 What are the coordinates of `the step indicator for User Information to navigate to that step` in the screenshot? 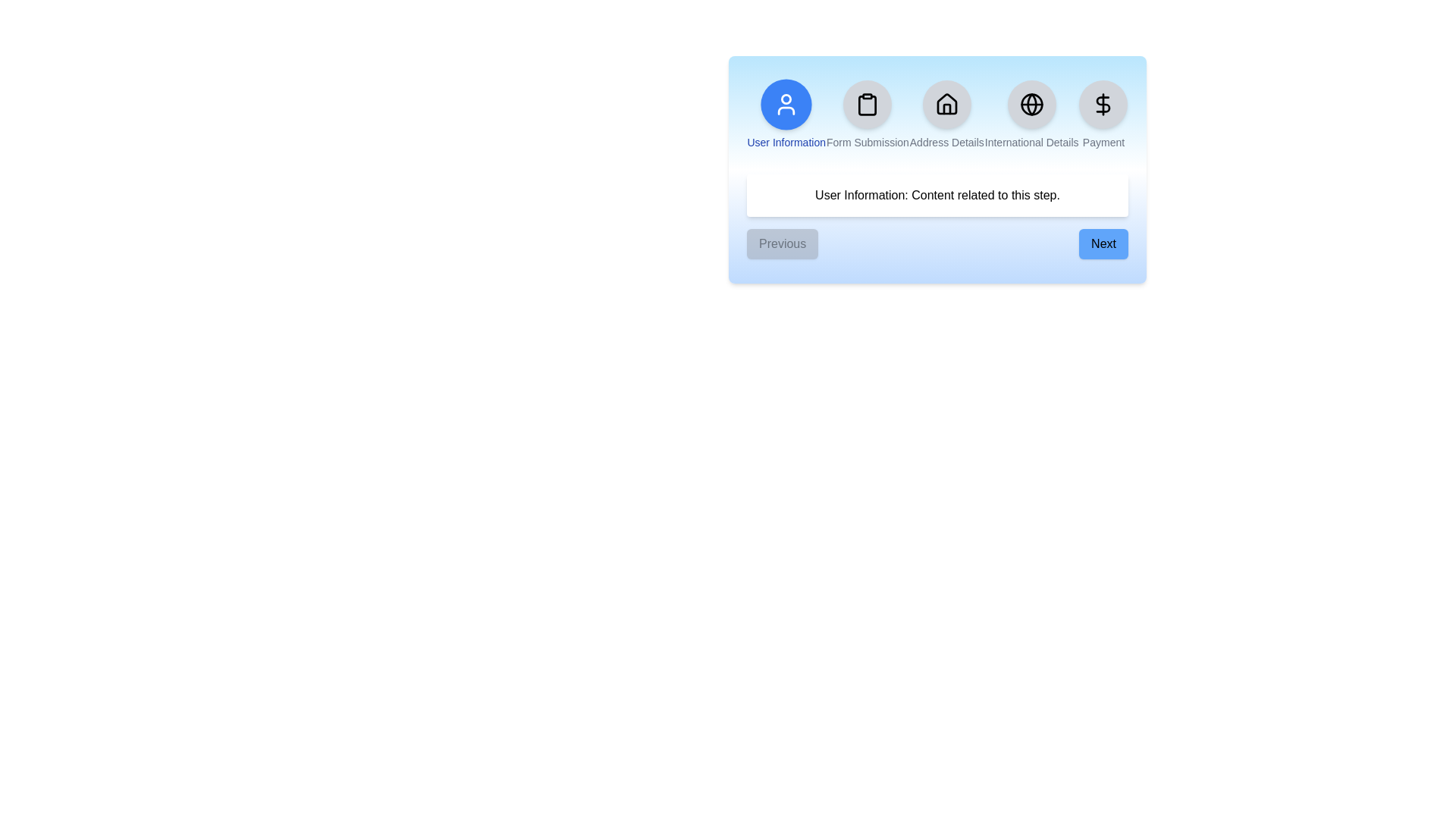 It's located at (786, 114).